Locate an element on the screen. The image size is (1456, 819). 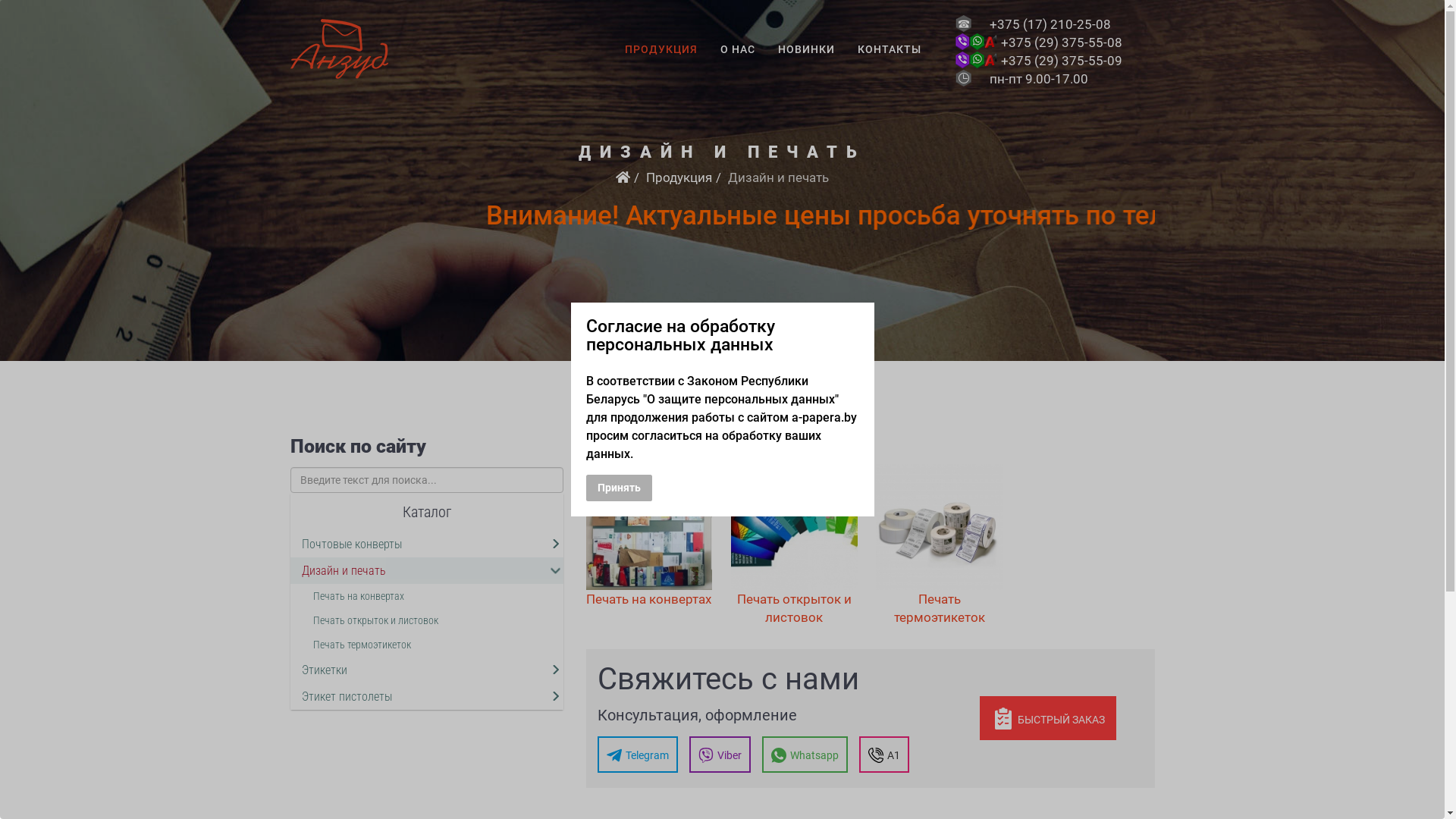
'+375 (29) 375-55-08' is located at coordinates (1061, 42).